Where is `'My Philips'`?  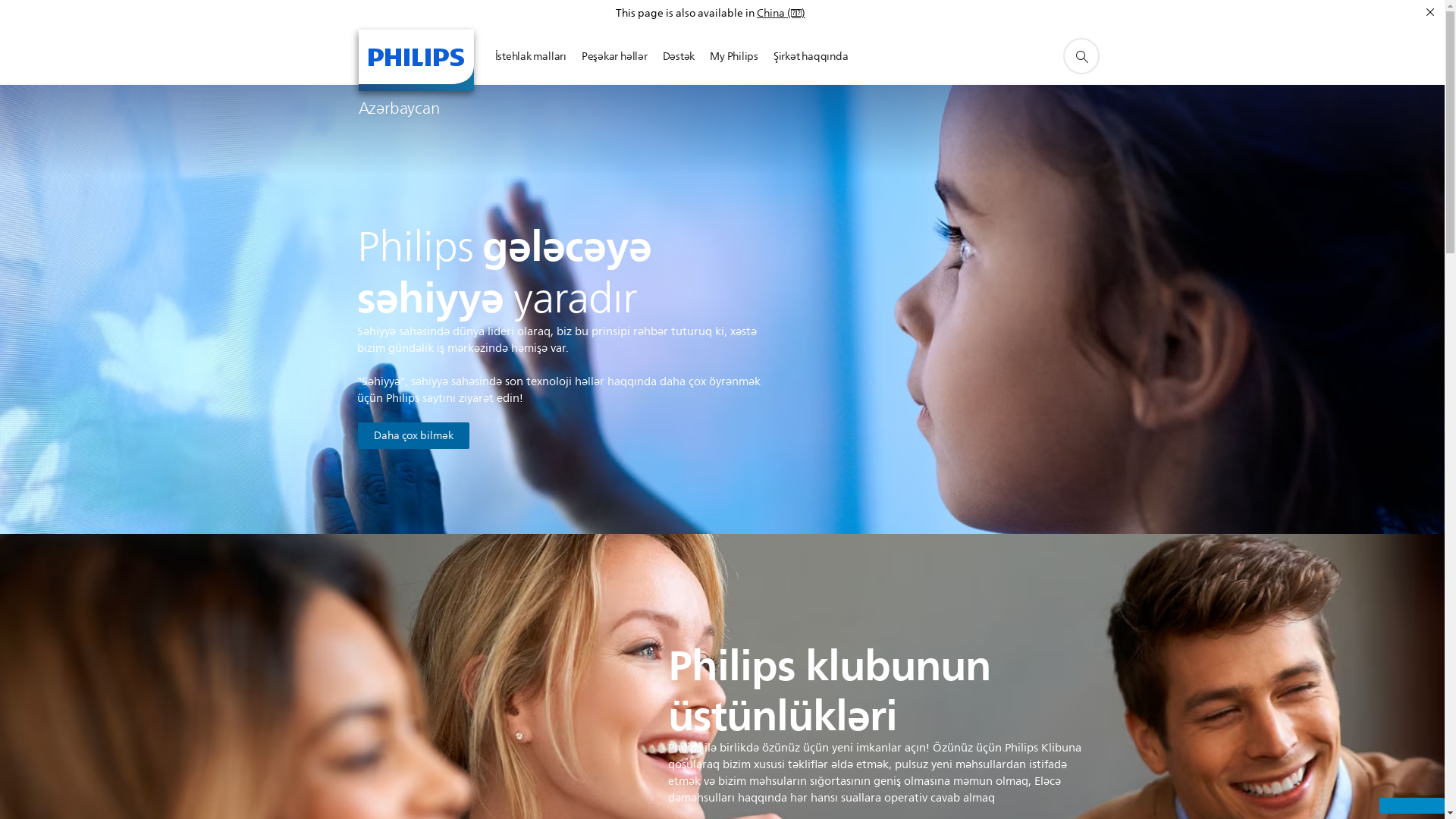 'My Philips' is located at coordinates (734, 55).